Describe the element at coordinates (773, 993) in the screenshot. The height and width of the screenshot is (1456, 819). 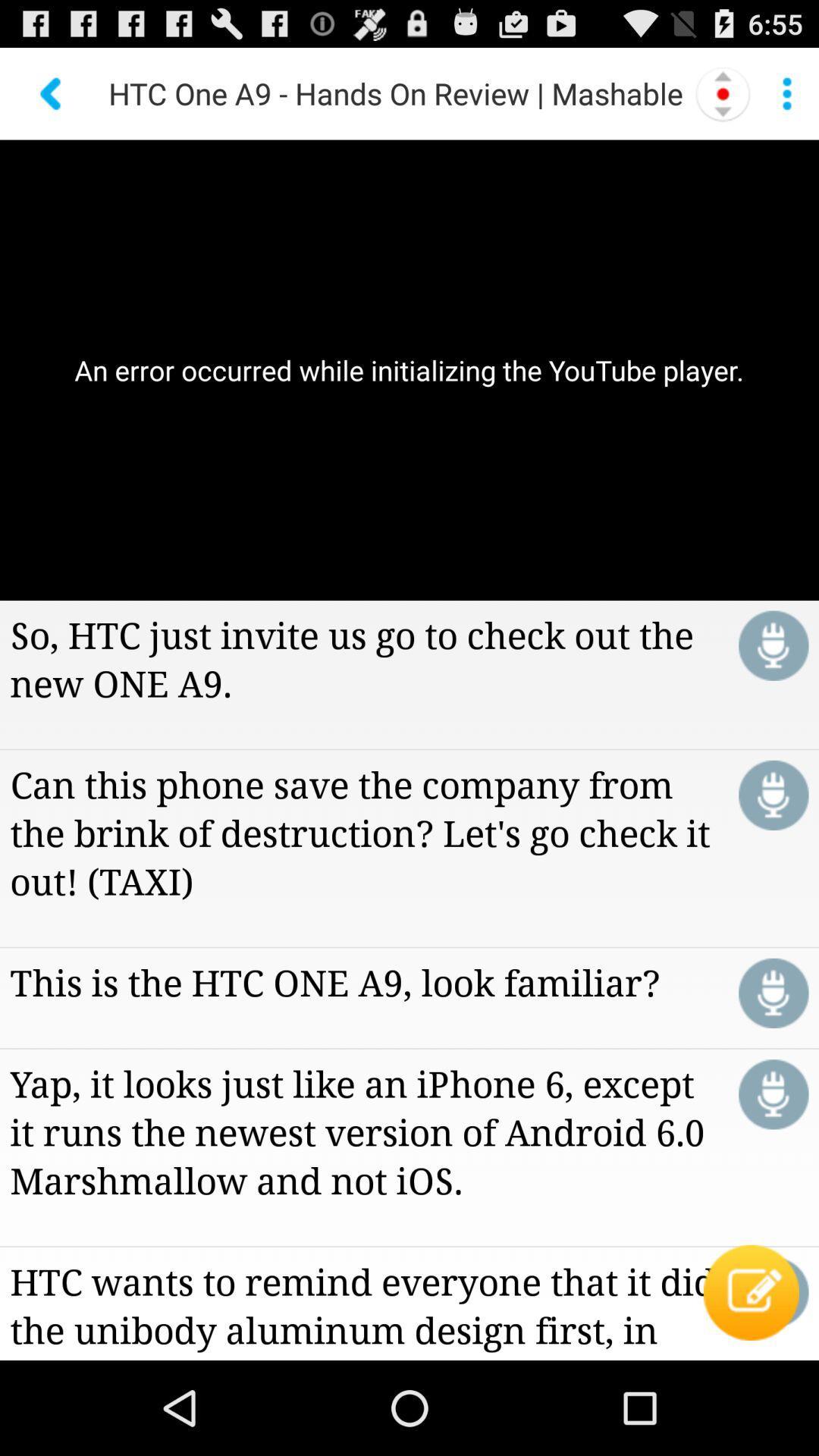
I see `click for voice activation` at that location.